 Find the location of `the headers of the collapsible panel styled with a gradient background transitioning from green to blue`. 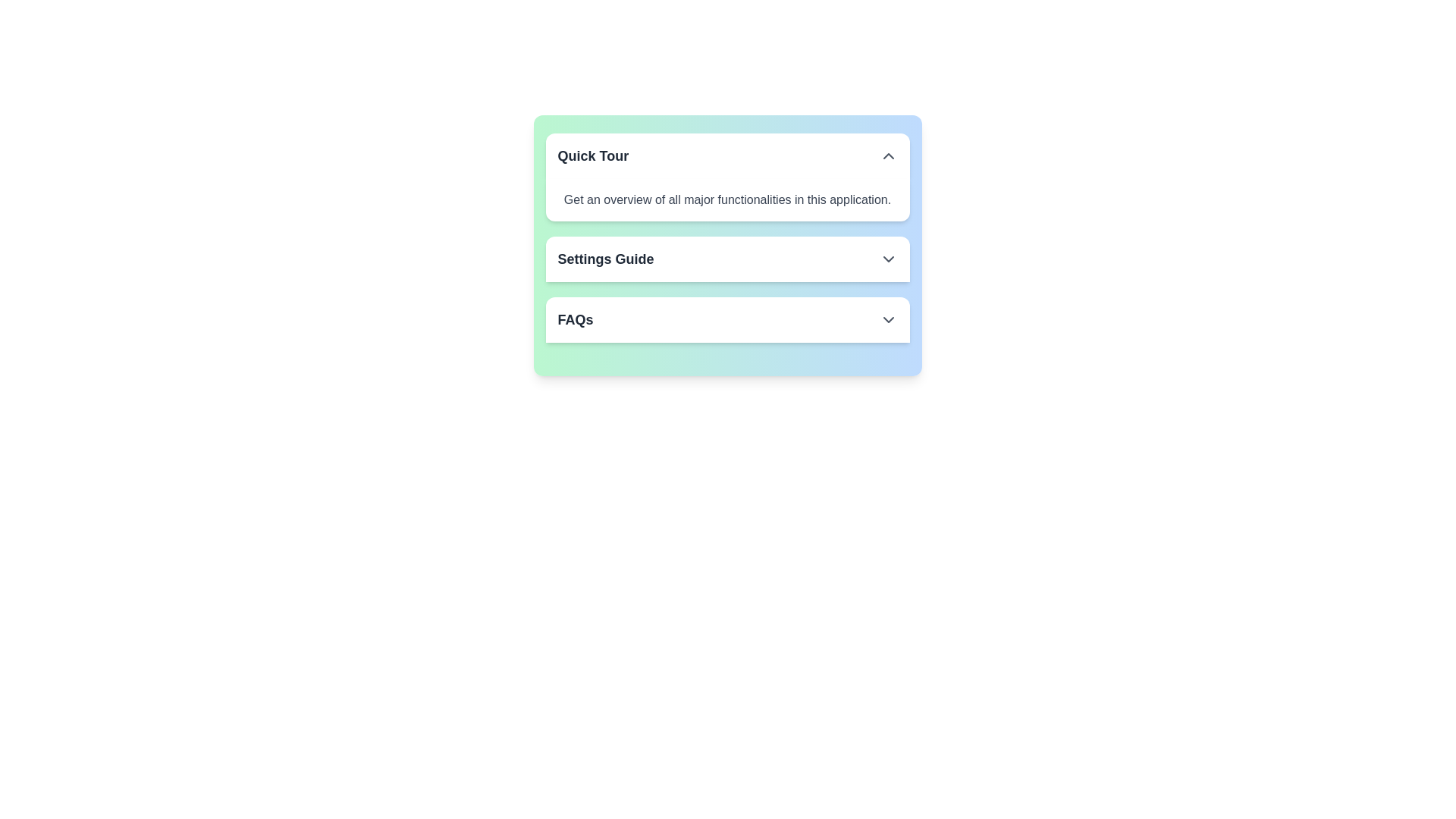

the headers of the collapsible panel styled with a gradient background transitioning from green to blue is located at coordinates (726, 245).